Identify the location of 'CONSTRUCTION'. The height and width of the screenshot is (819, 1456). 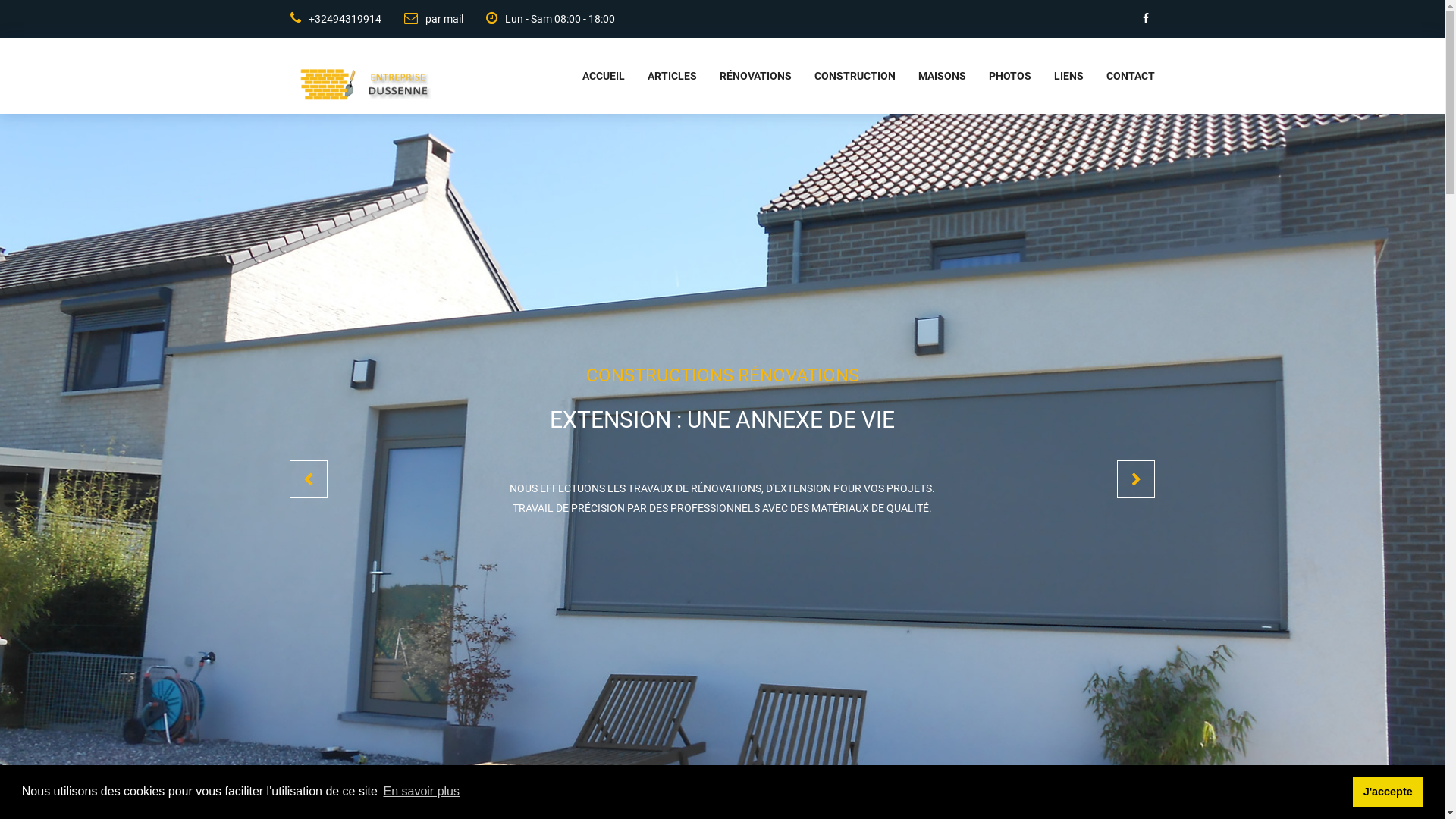
(843, 76).